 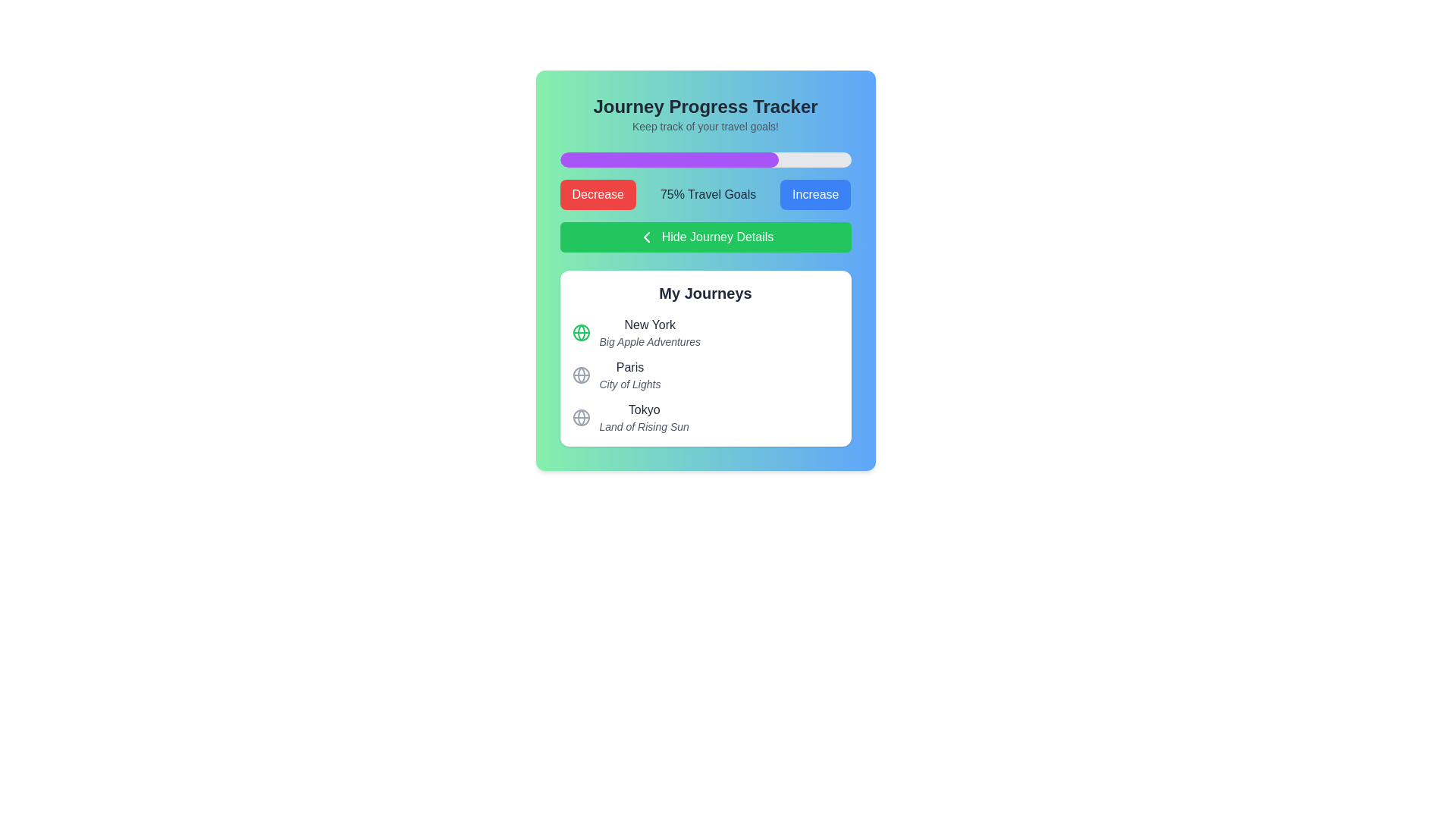 I want to click on the progress indicator that visually represents 75% achievement within the 'Journey Progress Tracker' section, so click(x=668, y=160).